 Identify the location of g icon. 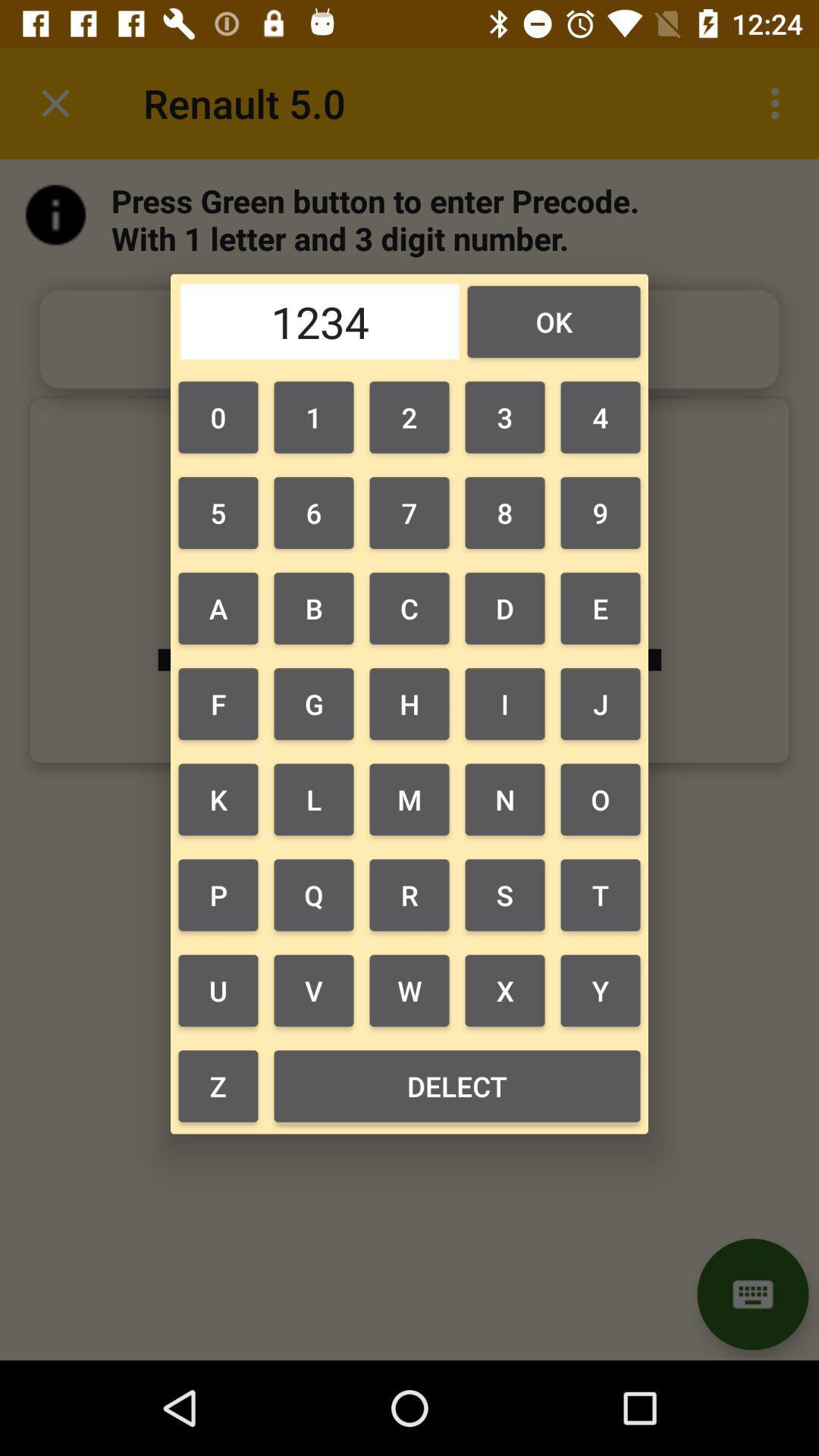
(312, 703).